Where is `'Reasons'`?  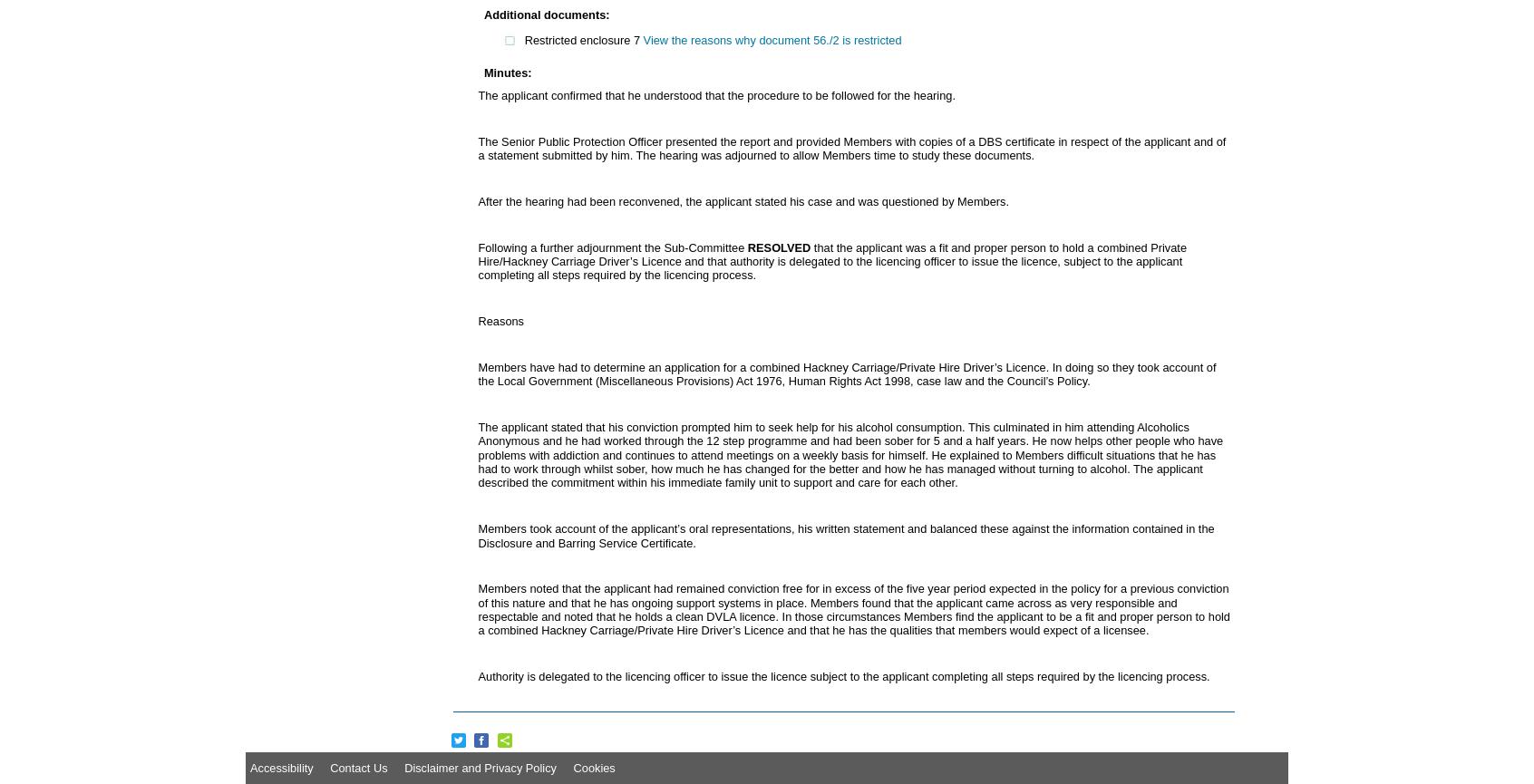
'Reasons' is located at coordinates (500, 321).